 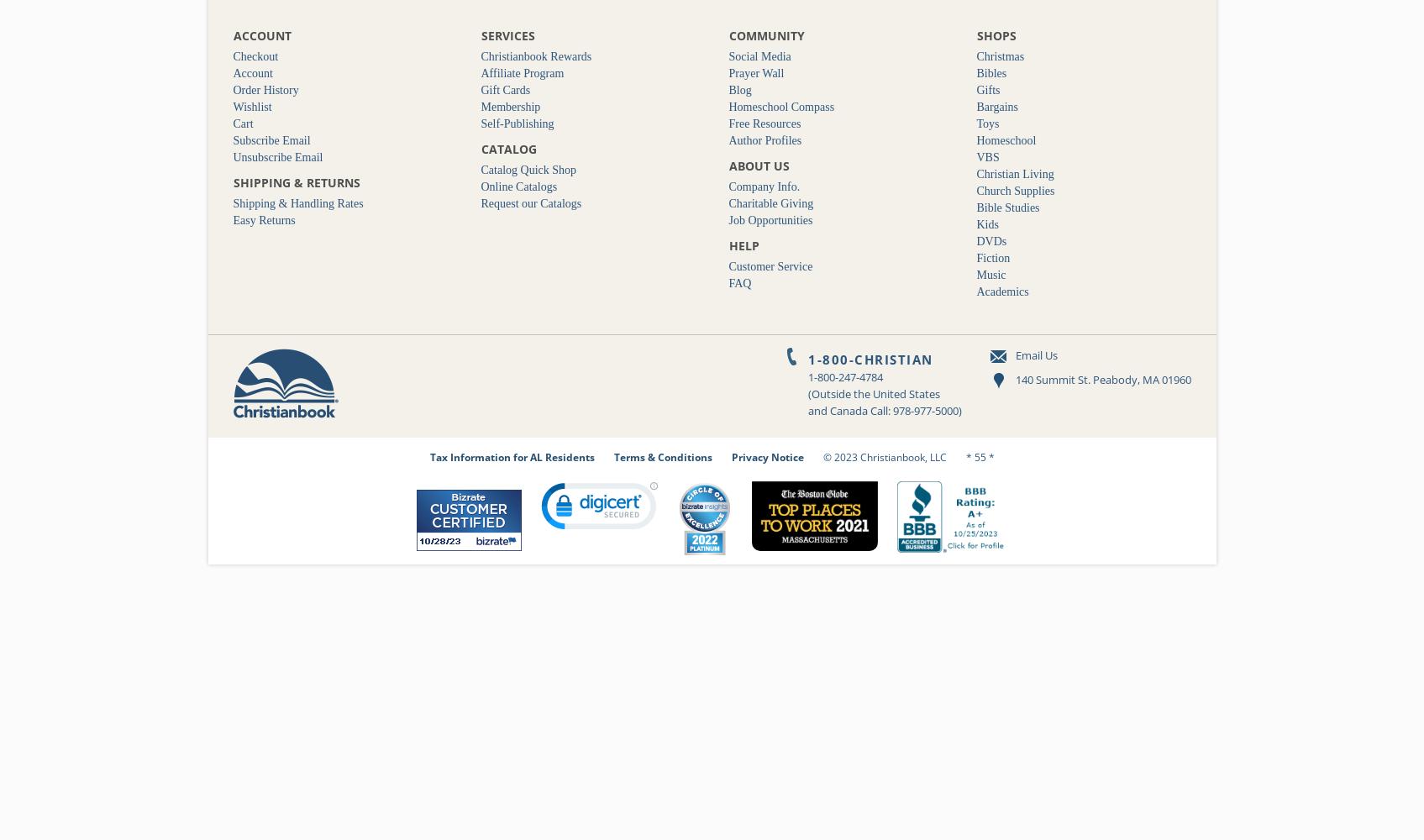 I want to click on 'Tax Information for AL Residents', so click(x=511, y=456).